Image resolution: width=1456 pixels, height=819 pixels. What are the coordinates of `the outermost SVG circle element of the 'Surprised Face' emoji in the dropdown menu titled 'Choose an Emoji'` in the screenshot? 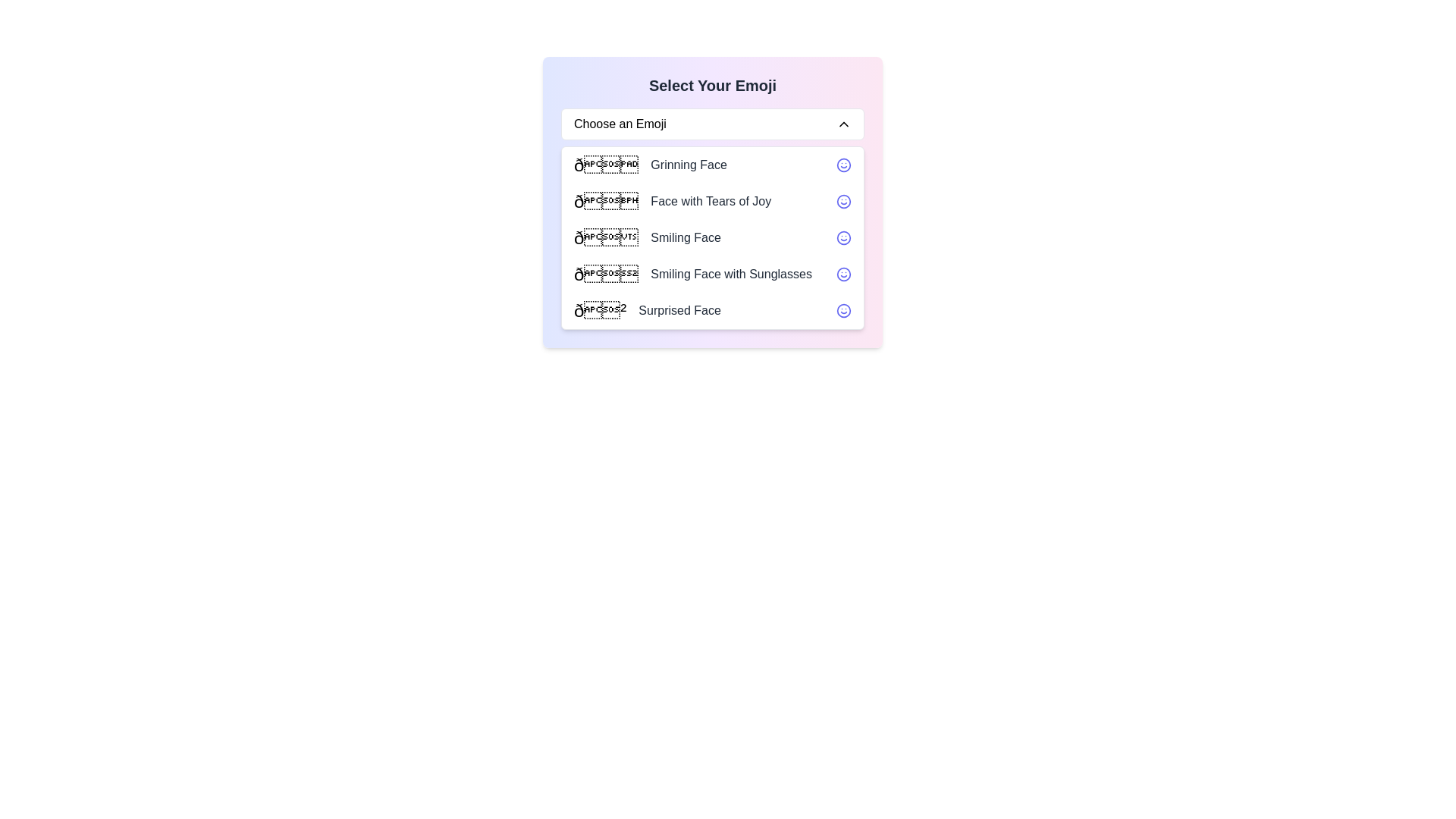 It's located at (843, 309).